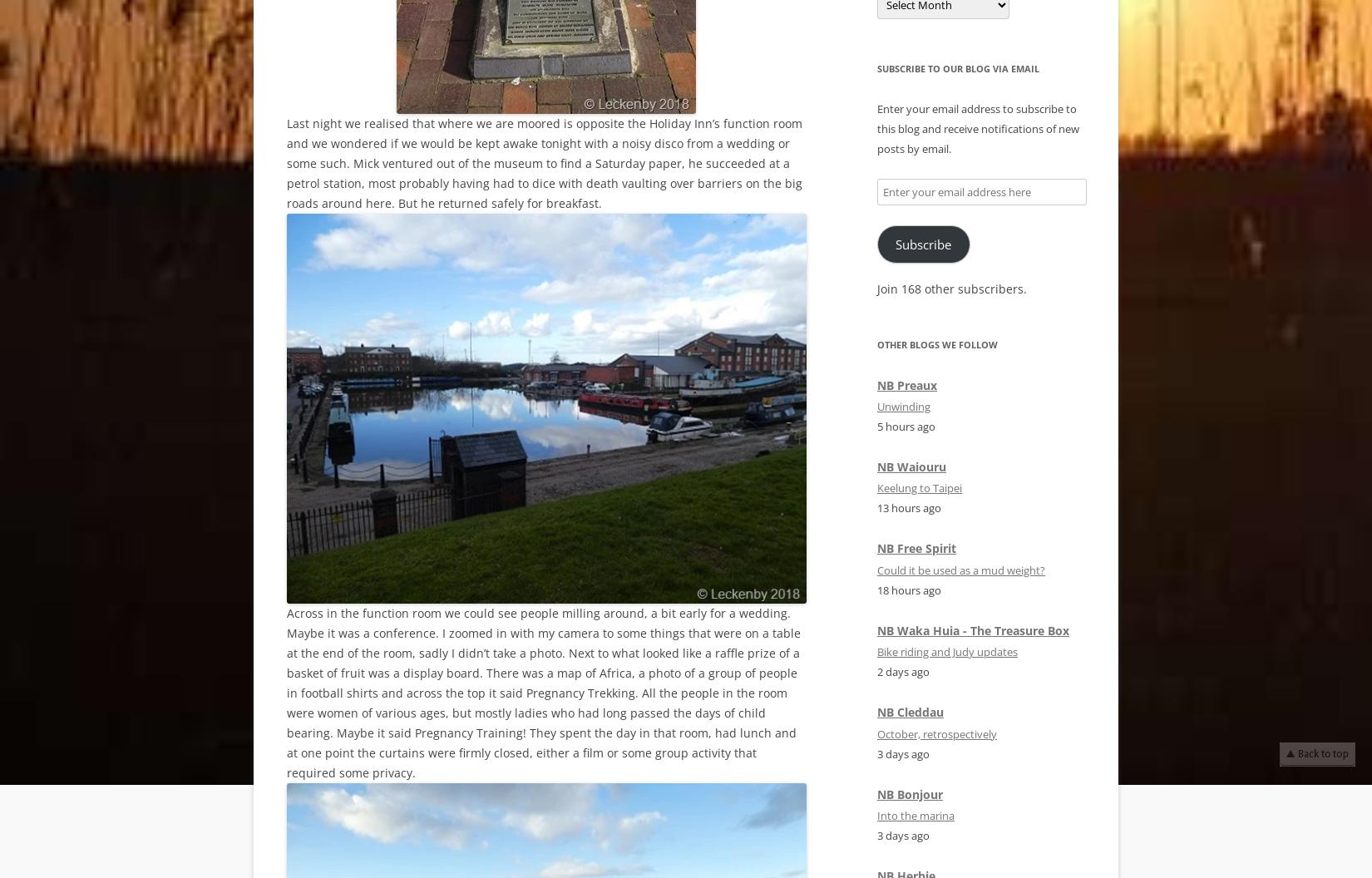 The height and width of the screenshot is (878, 1372). I want to click on 'Unwinding', so click(904, 406).